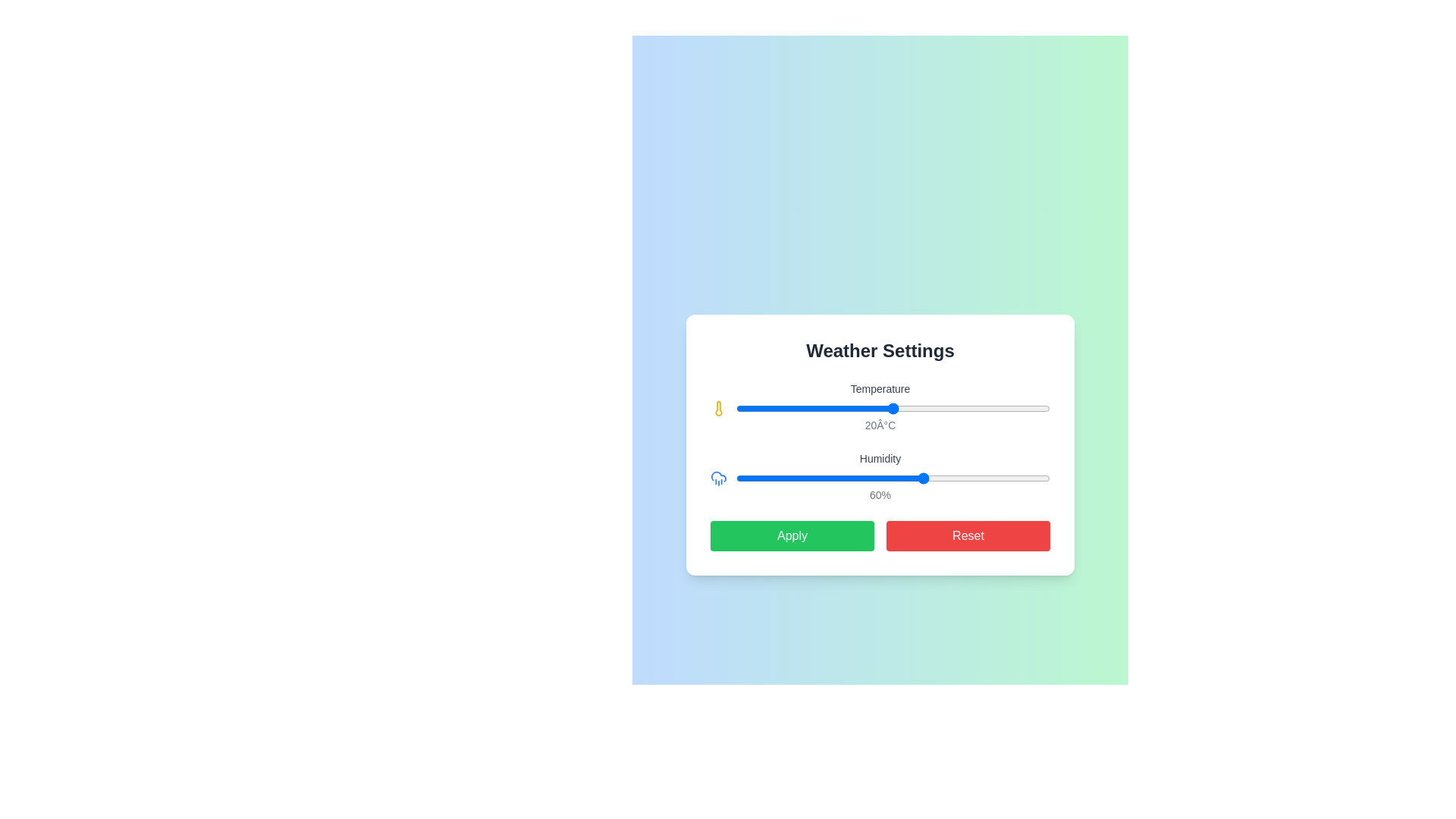  I want to click on humidity, so click(902, 479).